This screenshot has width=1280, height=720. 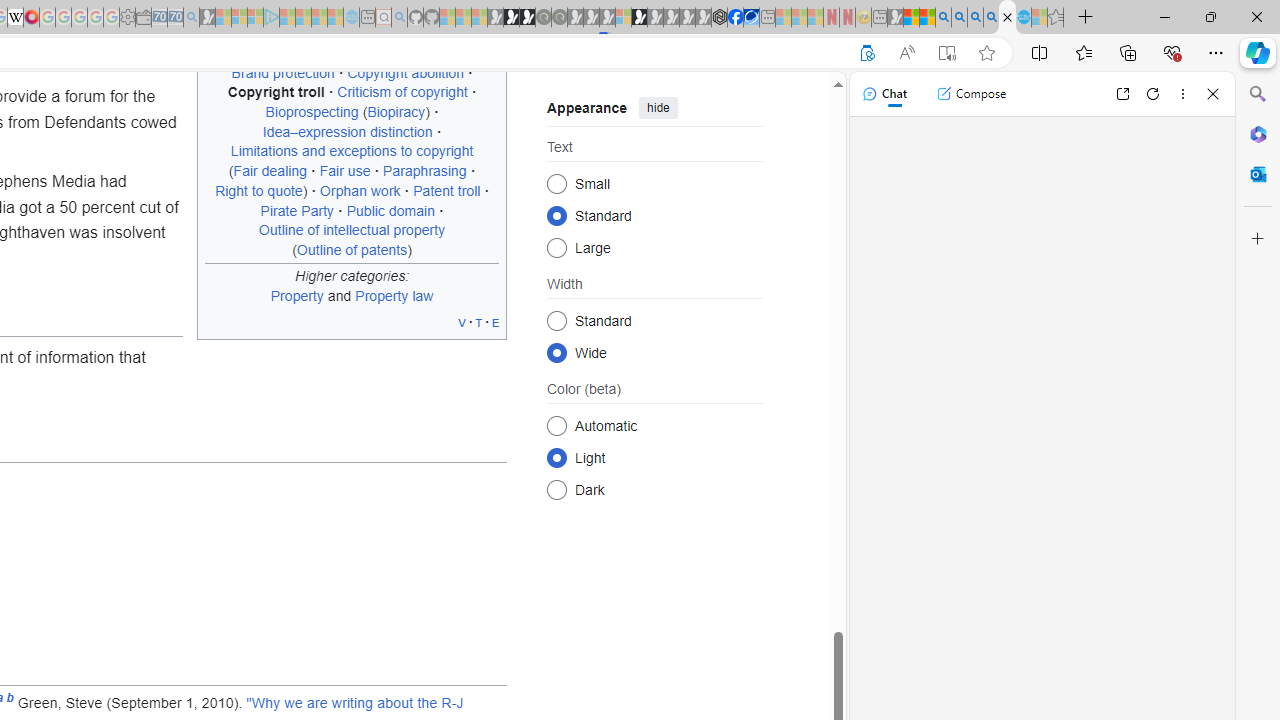 I want to click on 'Brand protection', so click(x=281, y=71).